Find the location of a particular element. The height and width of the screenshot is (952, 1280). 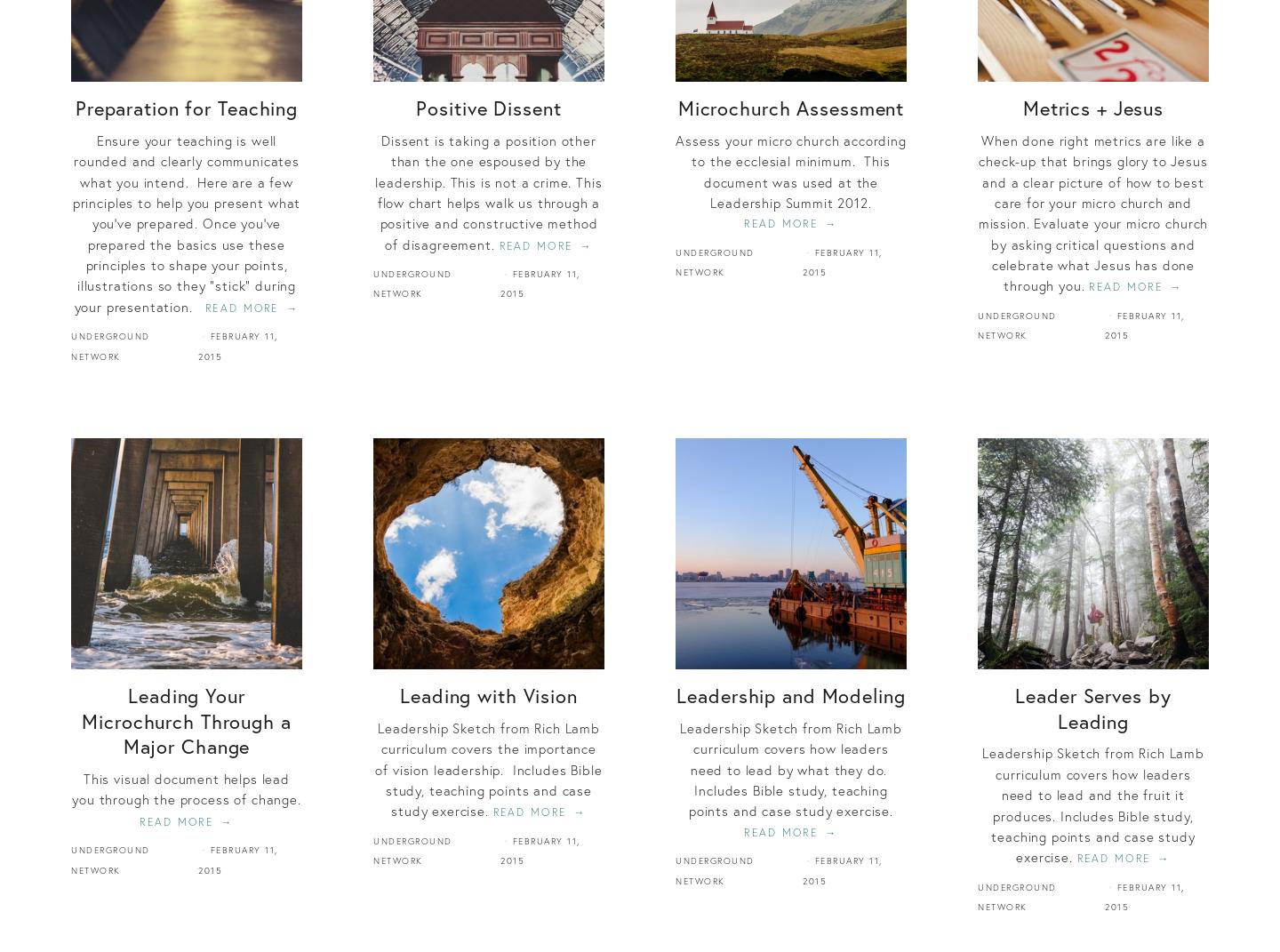

'Leading Your Microchurch Through a Major Change' is located at coordinates (82, 719).